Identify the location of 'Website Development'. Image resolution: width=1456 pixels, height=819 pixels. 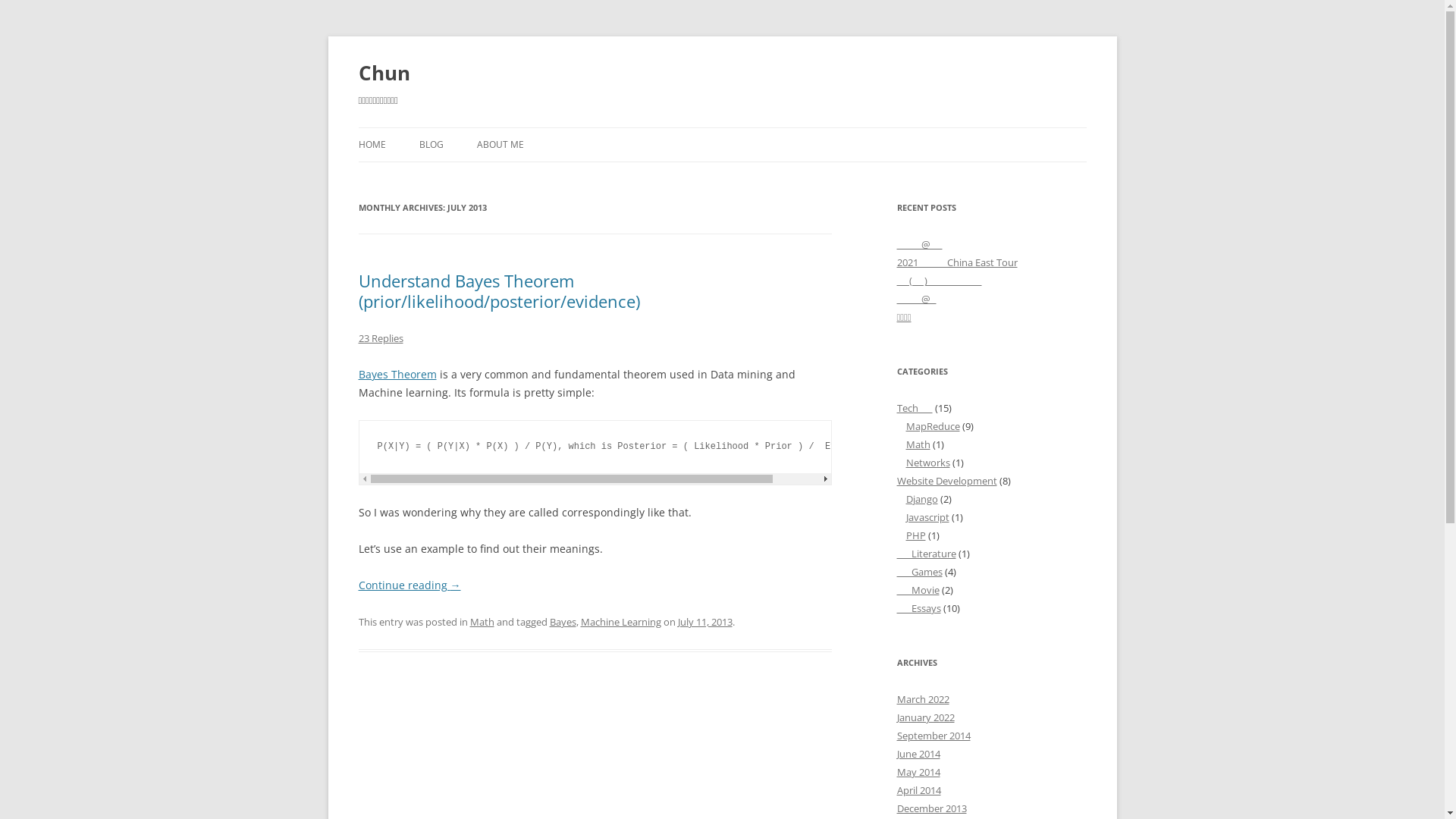
(946, 480).